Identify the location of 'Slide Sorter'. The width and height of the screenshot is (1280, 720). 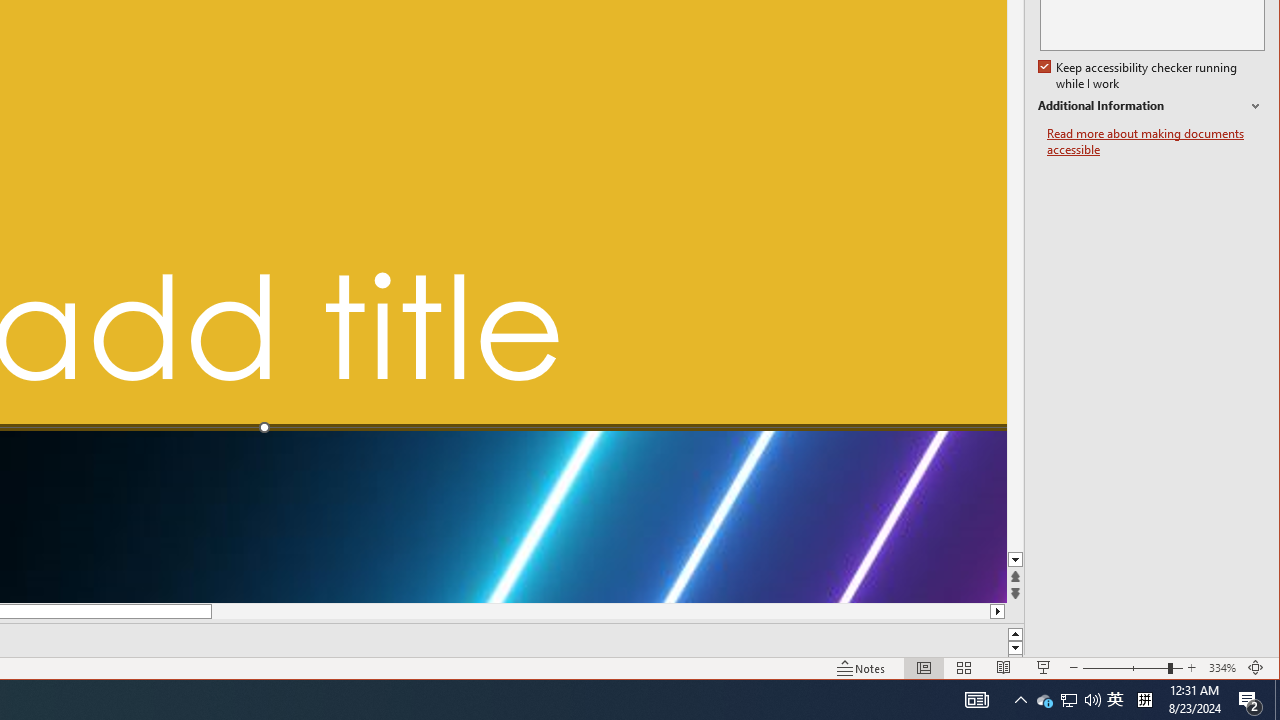
(964, 668).